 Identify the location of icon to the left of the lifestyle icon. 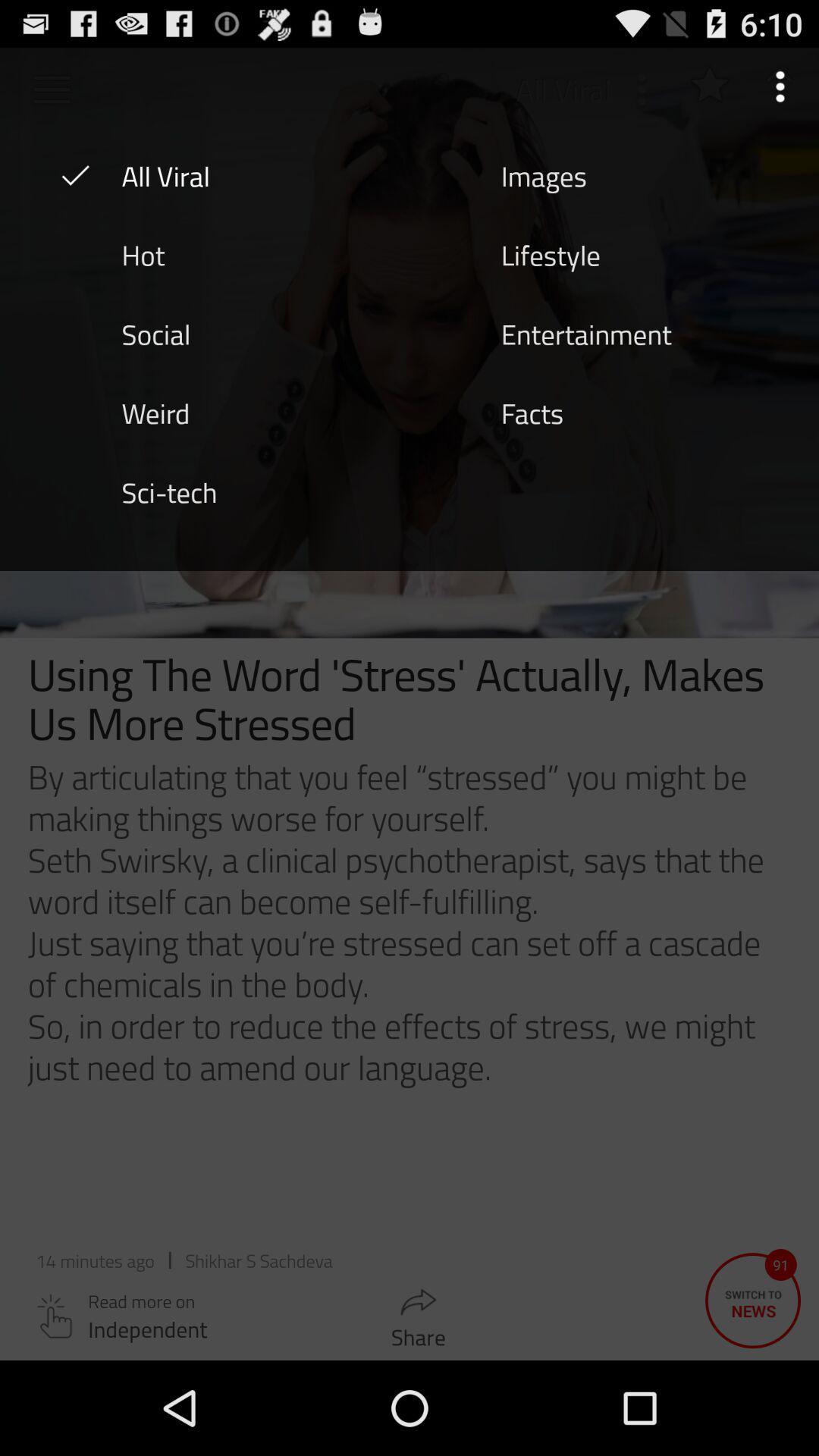
(143, 254).